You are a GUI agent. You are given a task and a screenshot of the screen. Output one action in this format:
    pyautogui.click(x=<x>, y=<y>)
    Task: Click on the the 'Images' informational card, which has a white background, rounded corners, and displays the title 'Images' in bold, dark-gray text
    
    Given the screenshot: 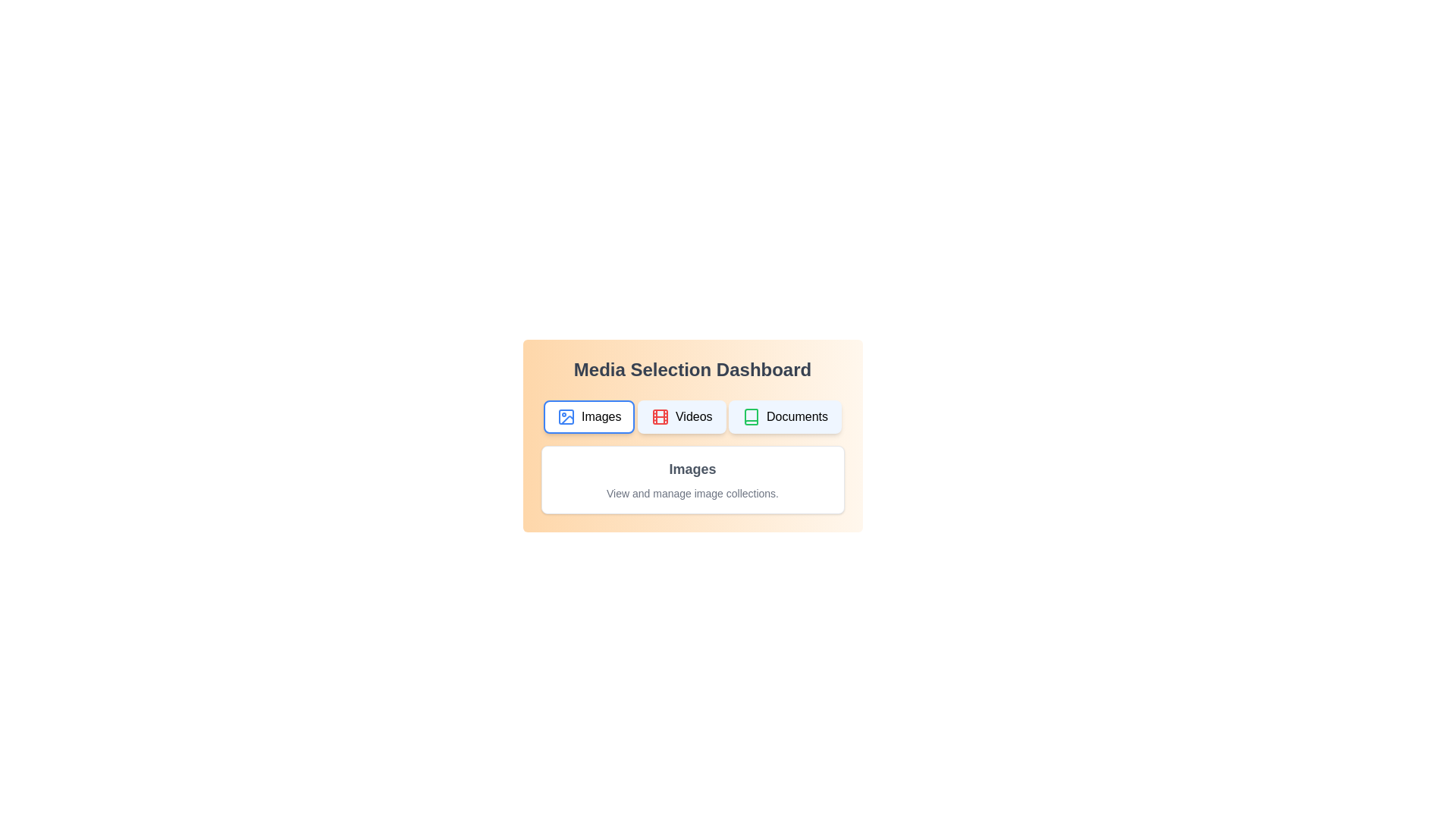 What is the action you would take?
    pyautogui.click(x=692, y=479)
    